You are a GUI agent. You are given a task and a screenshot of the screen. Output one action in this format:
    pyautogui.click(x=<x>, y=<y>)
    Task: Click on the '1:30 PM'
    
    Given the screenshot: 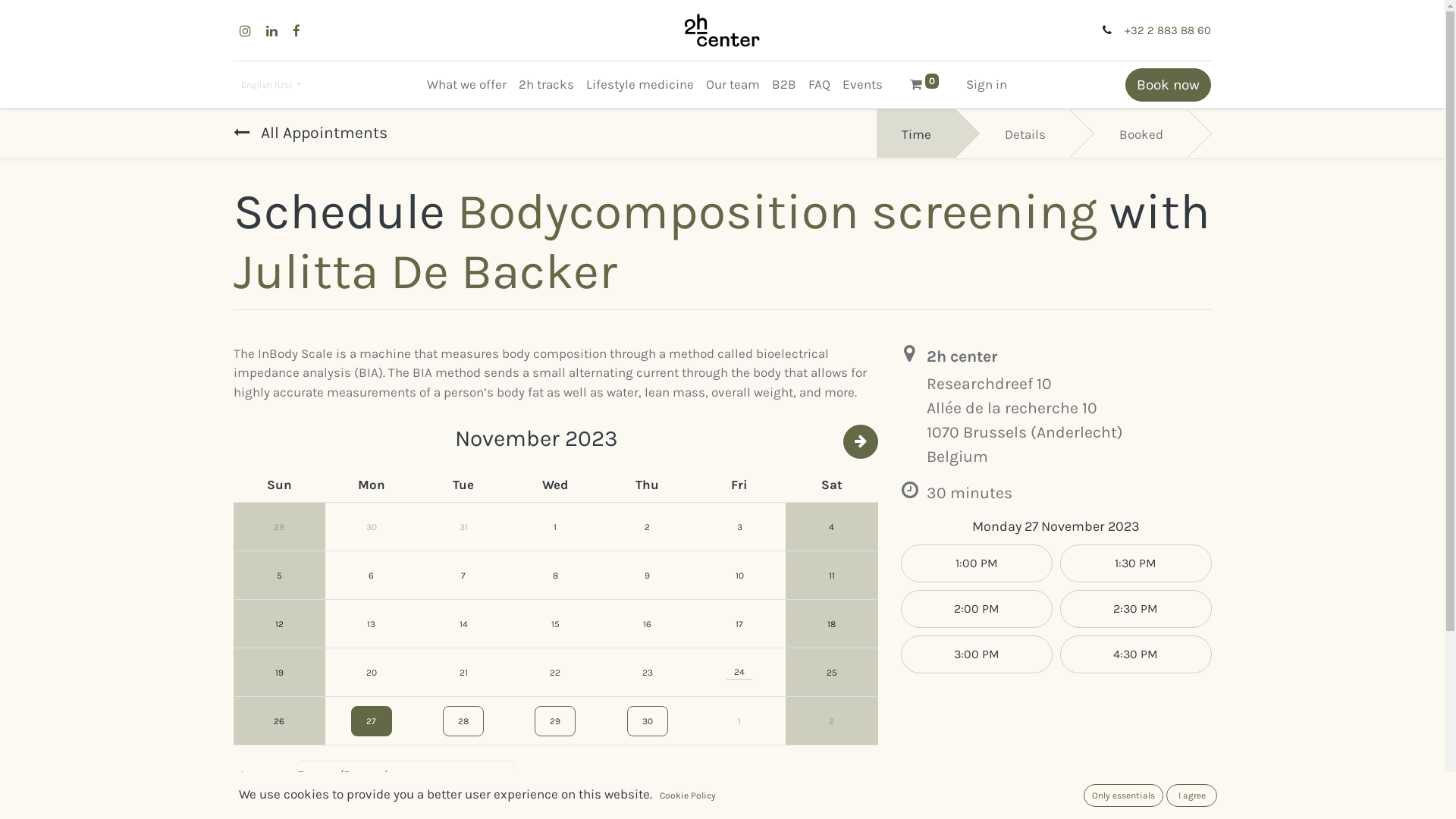 What is the action you would take?
    pyautogui.click(x=1135, y=563)
    